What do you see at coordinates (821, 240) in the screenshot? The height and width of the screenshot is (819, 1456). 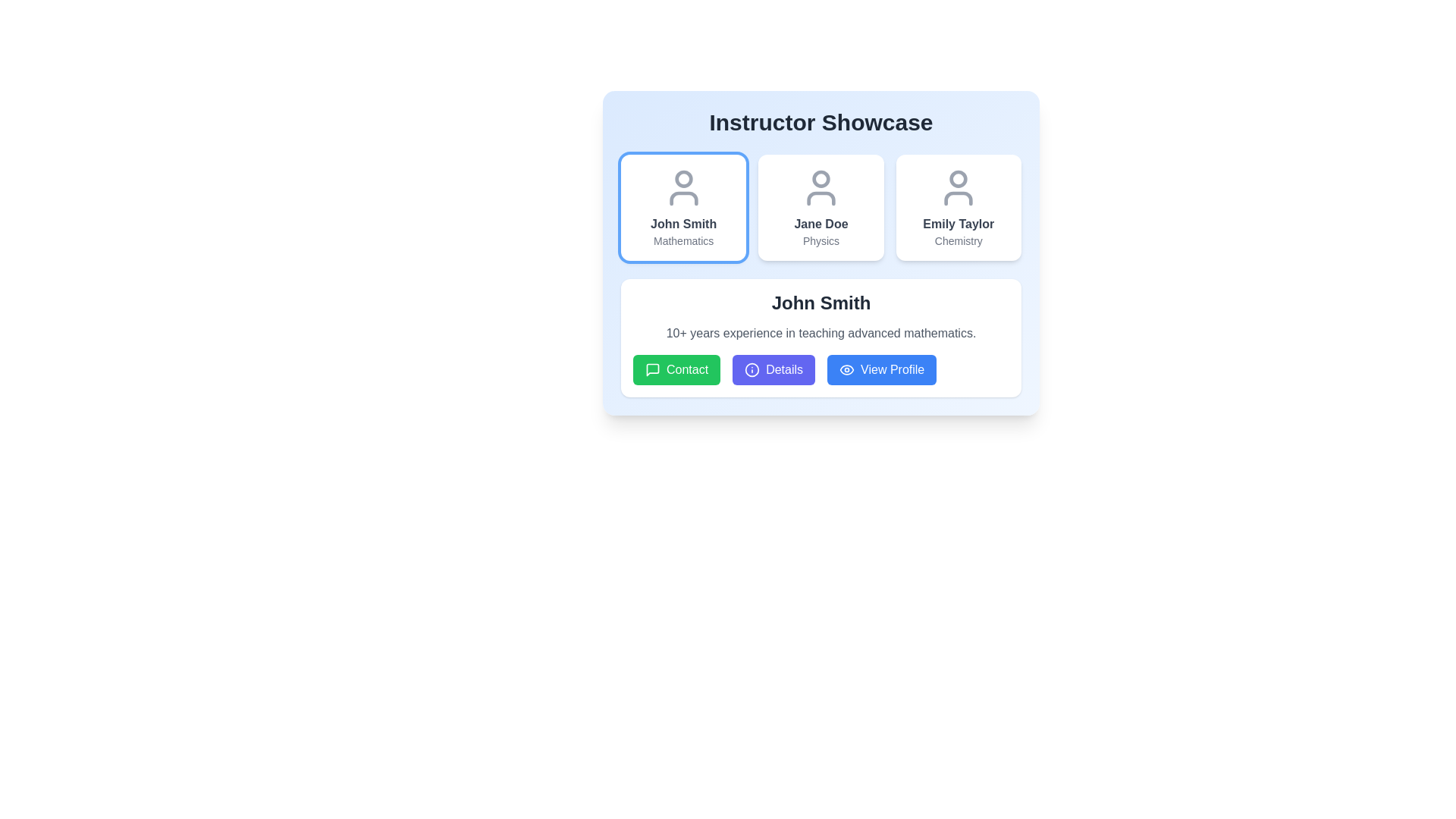 I see `the text label displaying the word 'Physics' in light gray color, located below the name 'Jane Doe' within the card in the 'Instructor Showcase'` at bounding box center [821, 240].